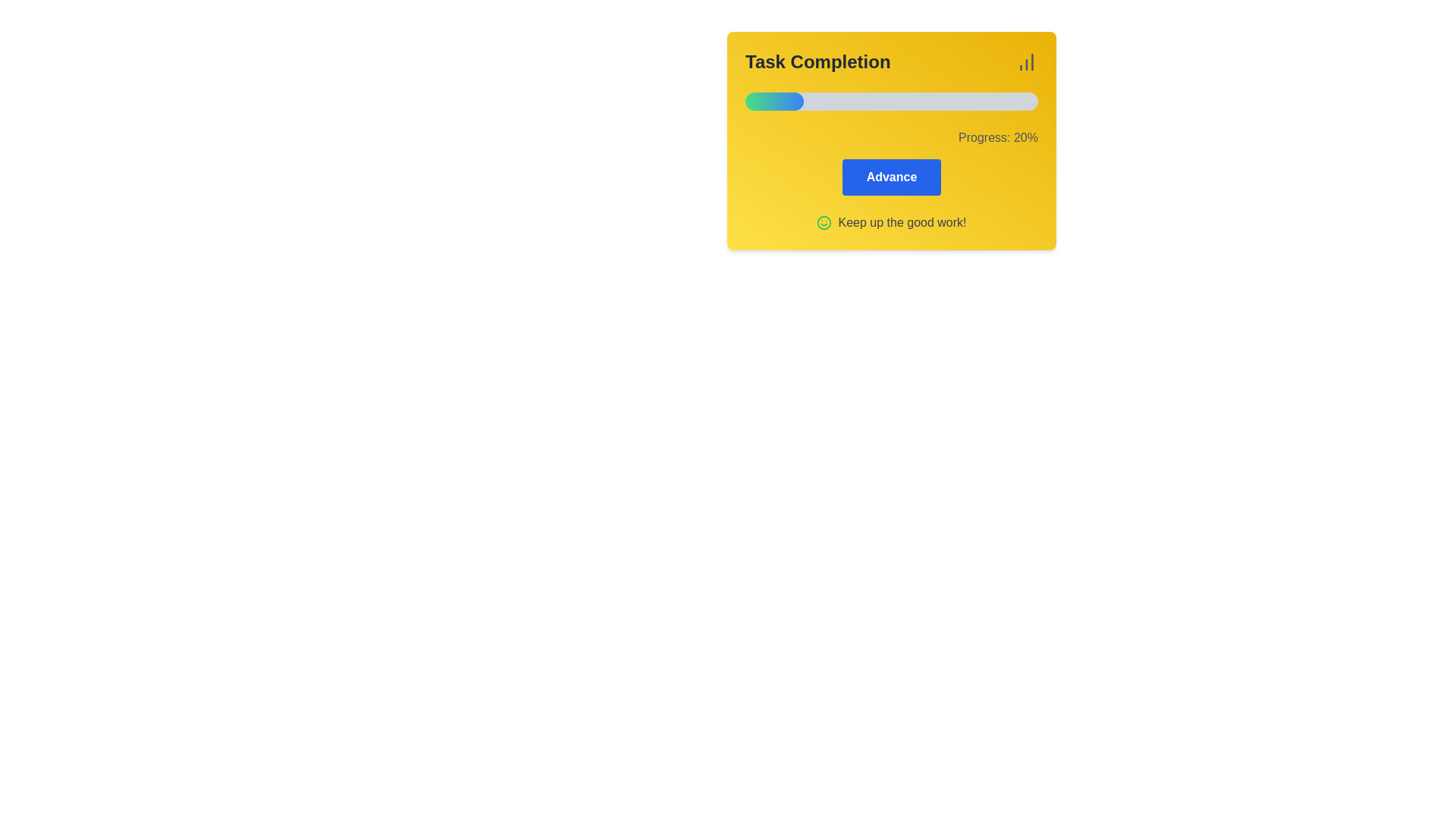 The width and height of the screenshot is (1456, 819). I want to click on the icon represented as a small vertical bar chart with increasing columns, located in the top-right corner of the 'Task Completion' section, so click(1026, 61).